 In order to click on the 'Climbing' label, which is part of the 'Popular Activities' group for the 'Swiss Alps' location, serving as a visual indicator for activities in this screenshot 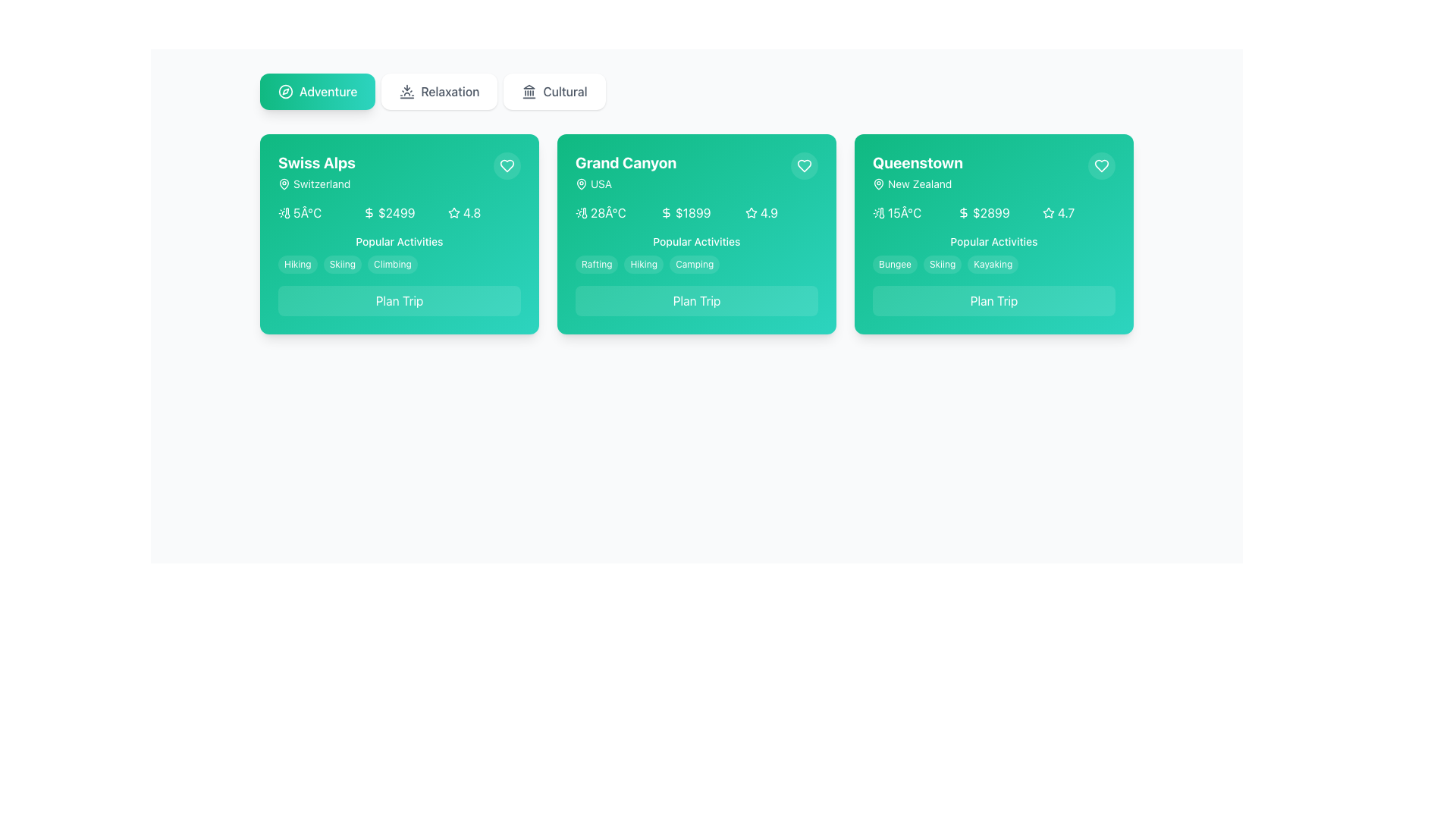, I will do `click(392, 263)`.